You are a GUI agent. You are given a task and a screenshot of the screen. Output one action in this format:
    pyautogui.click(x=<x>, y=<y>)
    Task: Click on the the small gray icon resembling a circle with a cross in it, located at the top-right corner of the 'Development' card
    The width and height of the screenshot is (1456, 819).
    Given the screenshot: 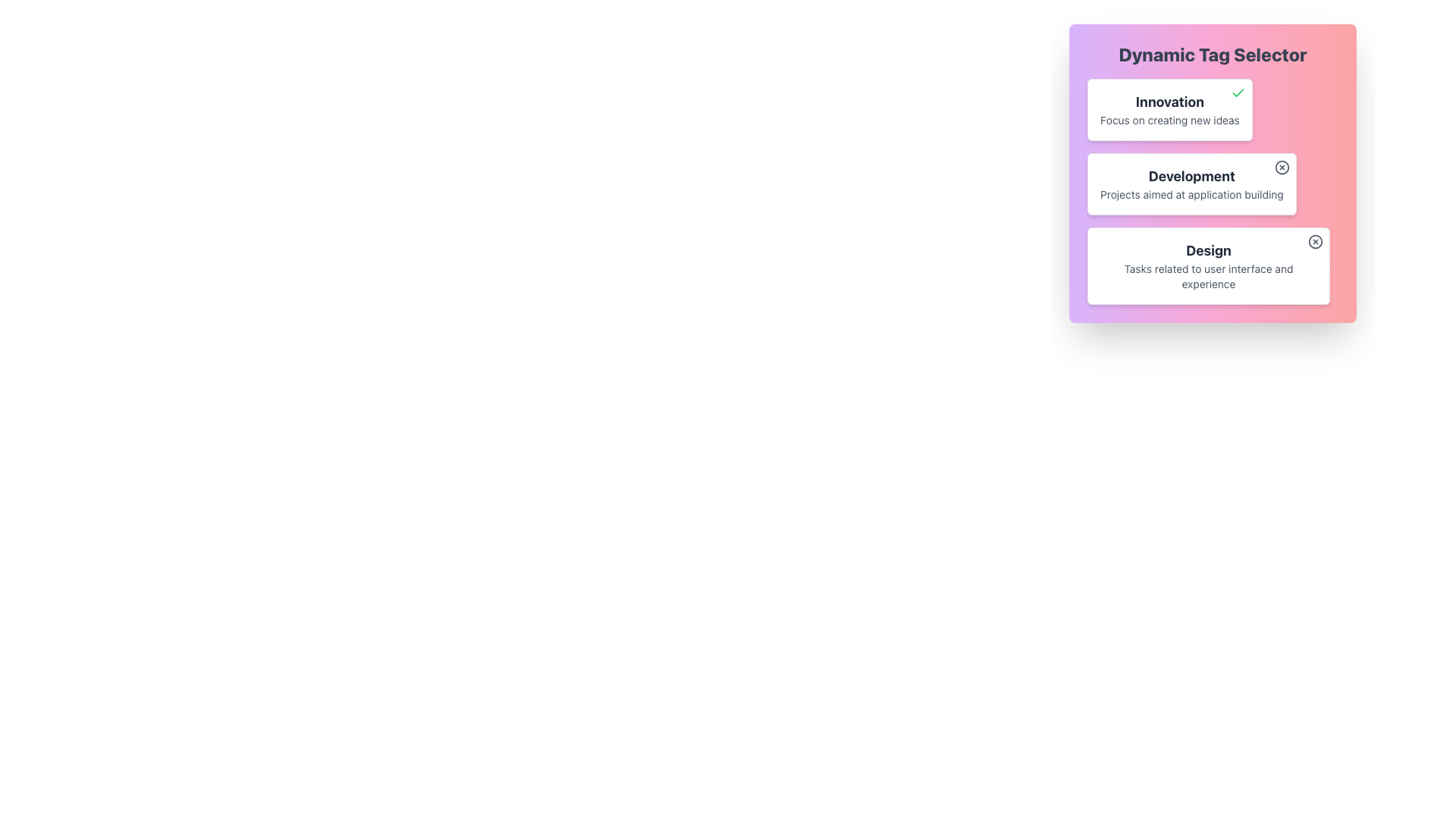 What is the action you would take?
    pyautogui.click(x=1281, y=167)
    